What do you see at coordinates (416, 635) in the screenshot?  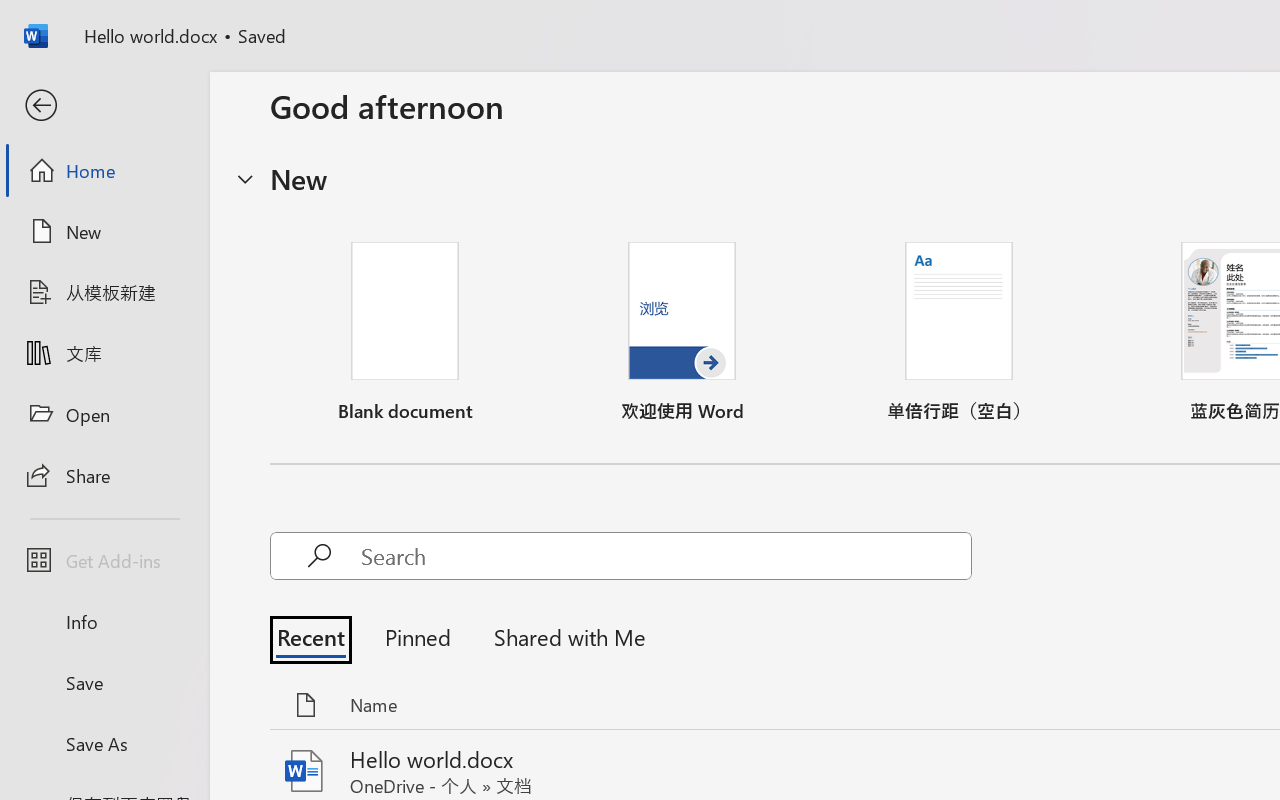 I see `'Pinned'` at bounding box center [416, 635].